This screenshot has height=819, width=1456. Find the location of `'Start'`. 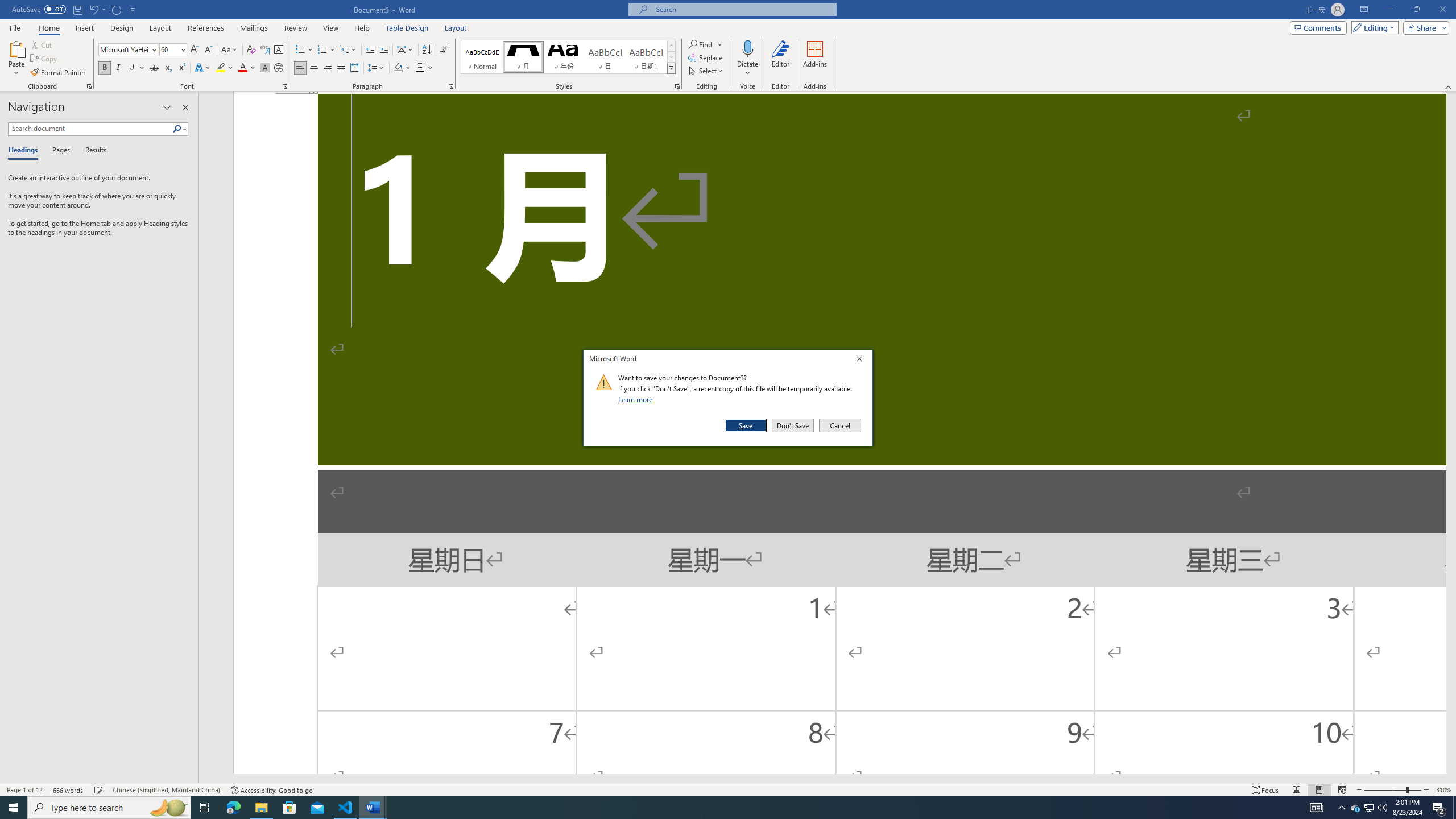

'Start' is located at coordinates (14, 806).